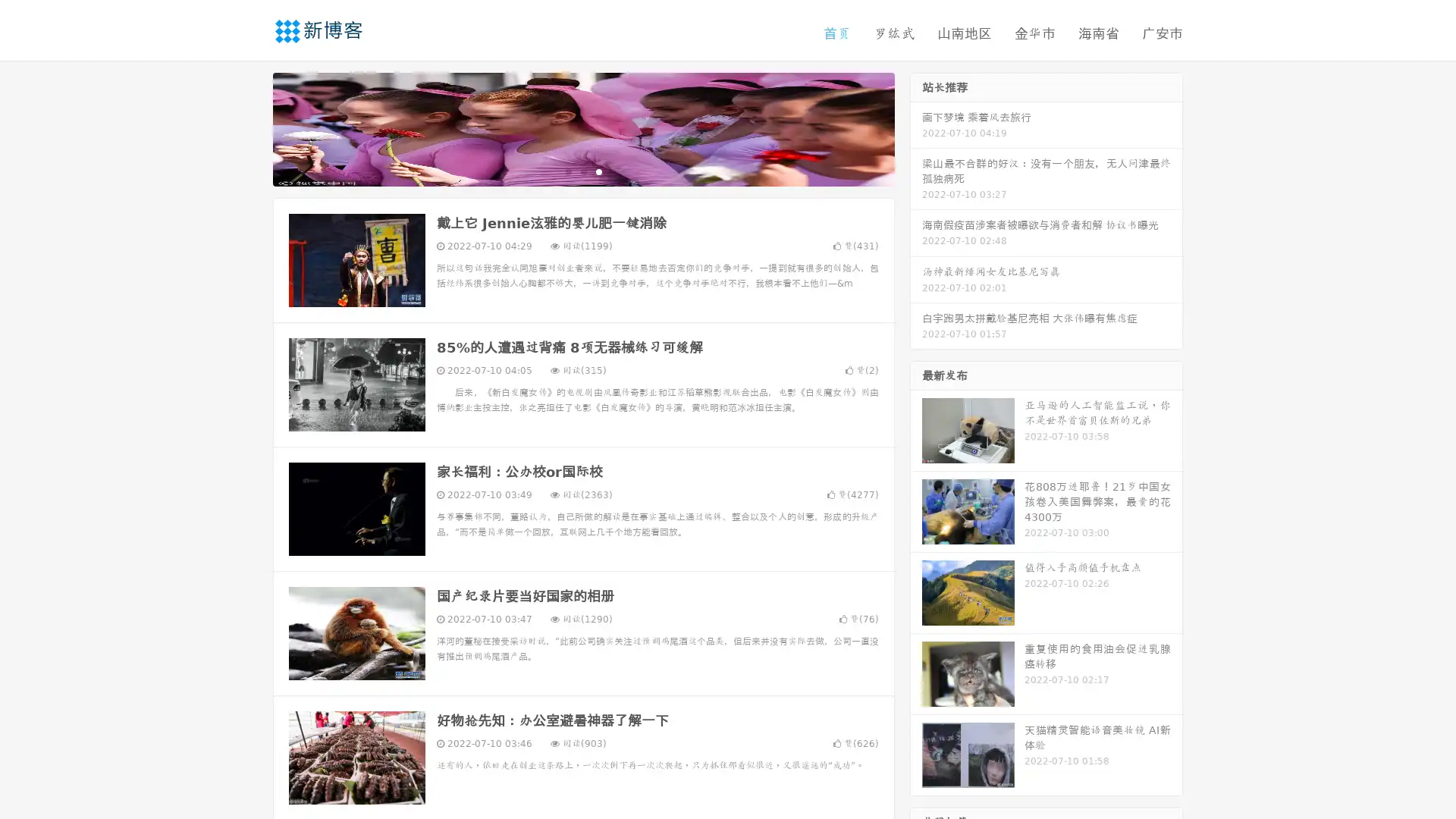  What do you see at coordinates (582, 171) in the screenshot?
I see `Go to slide 2` at bounding box center [582, 171].